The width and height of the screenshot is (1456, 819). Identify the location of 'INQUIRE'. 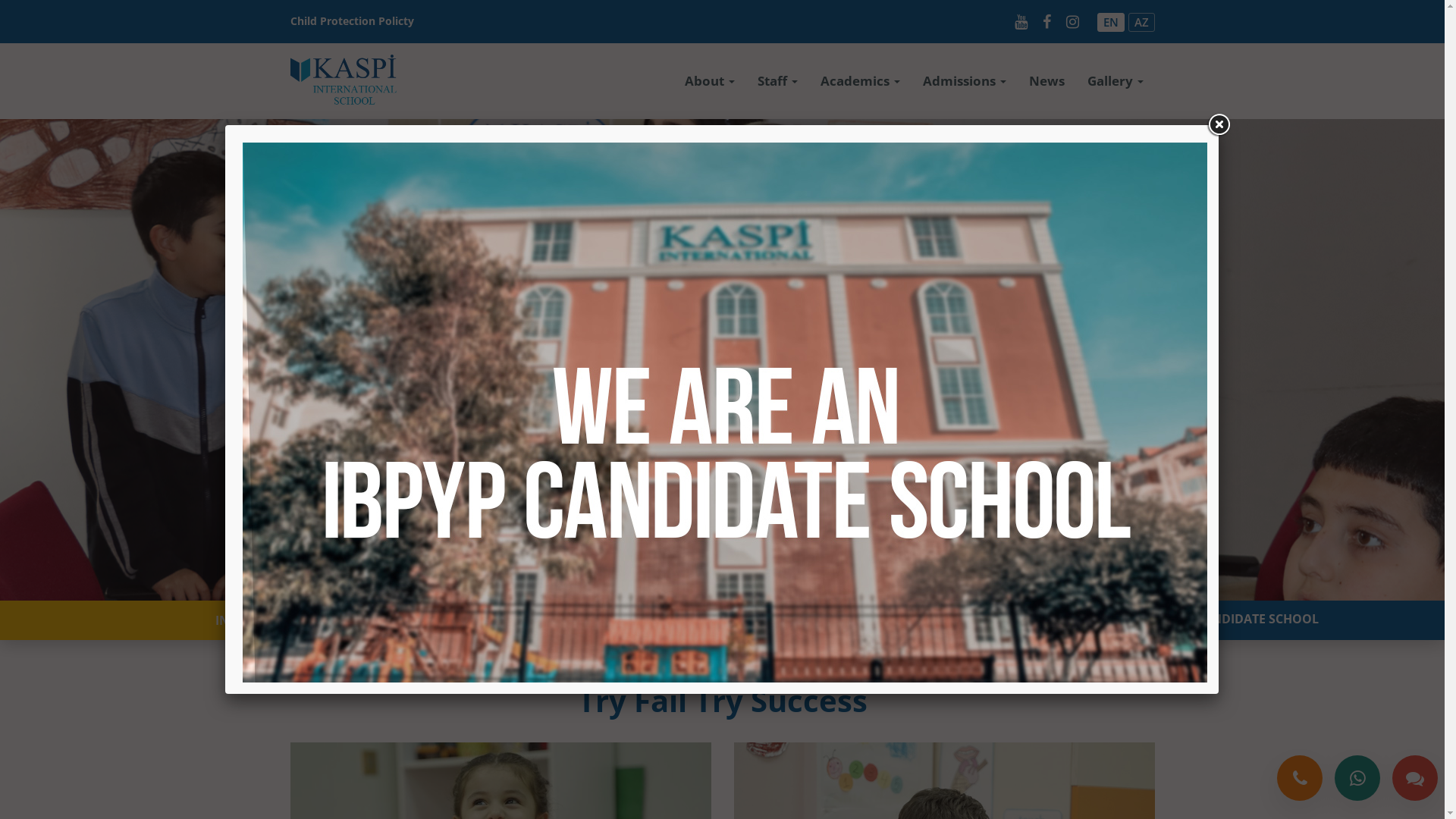
(240, 620).